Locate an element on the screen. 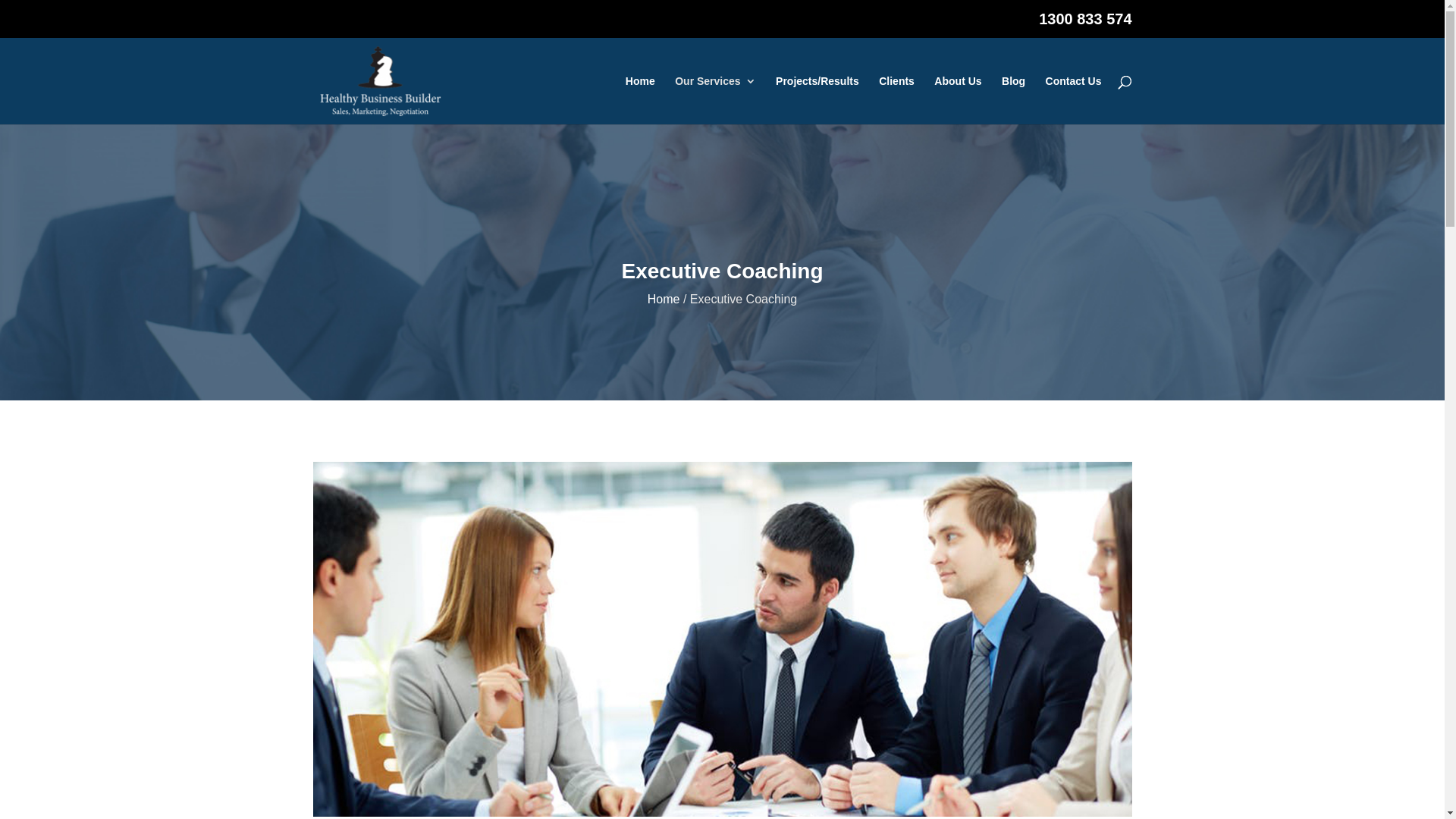  'Contact Us' is located at coordinates (1073, 99).